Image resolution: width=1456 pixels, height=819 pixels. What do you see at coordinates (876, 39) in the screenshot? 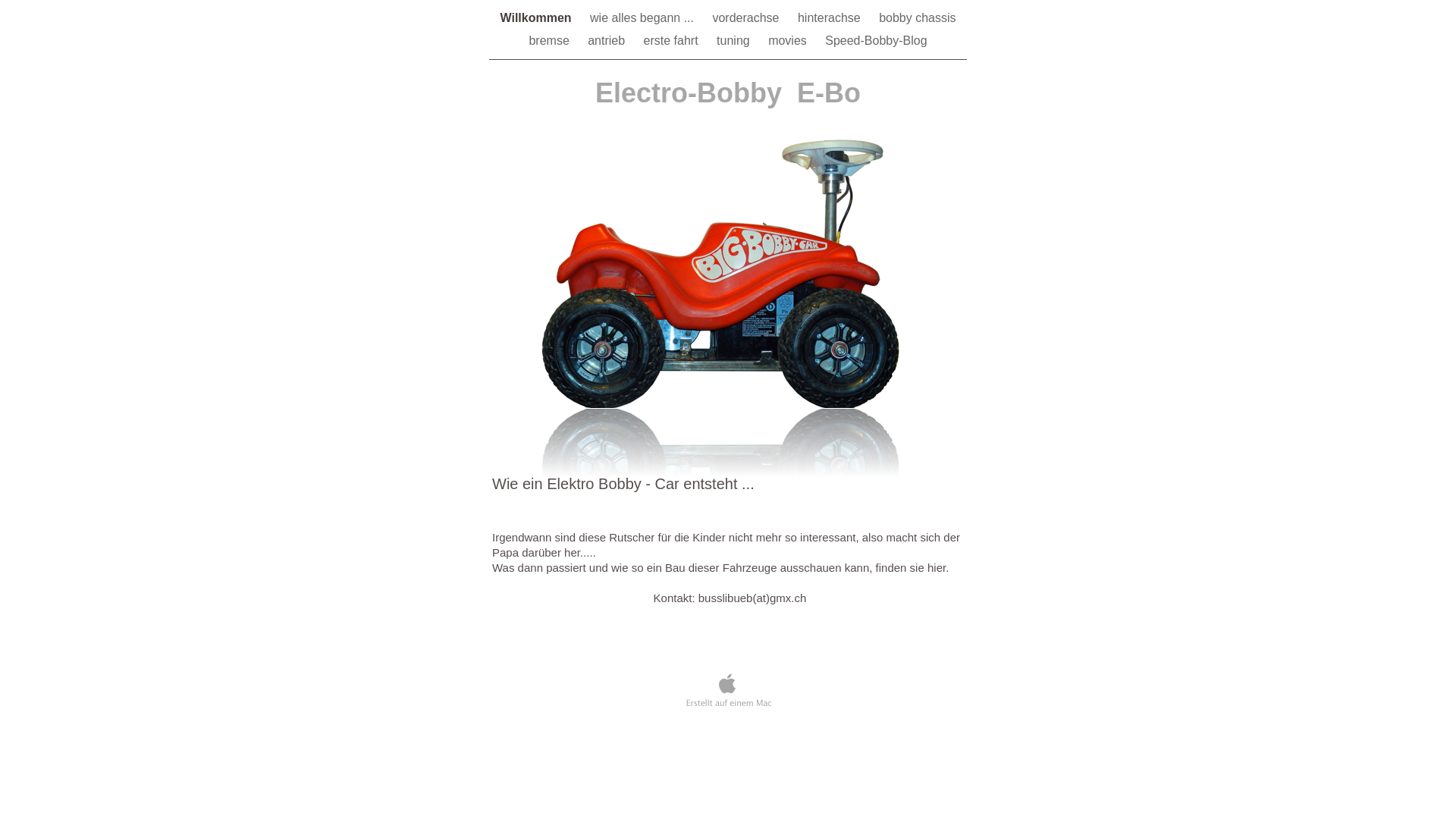
I see `'Speed-Bobby-Blog'` at bounding box center [876, 39].